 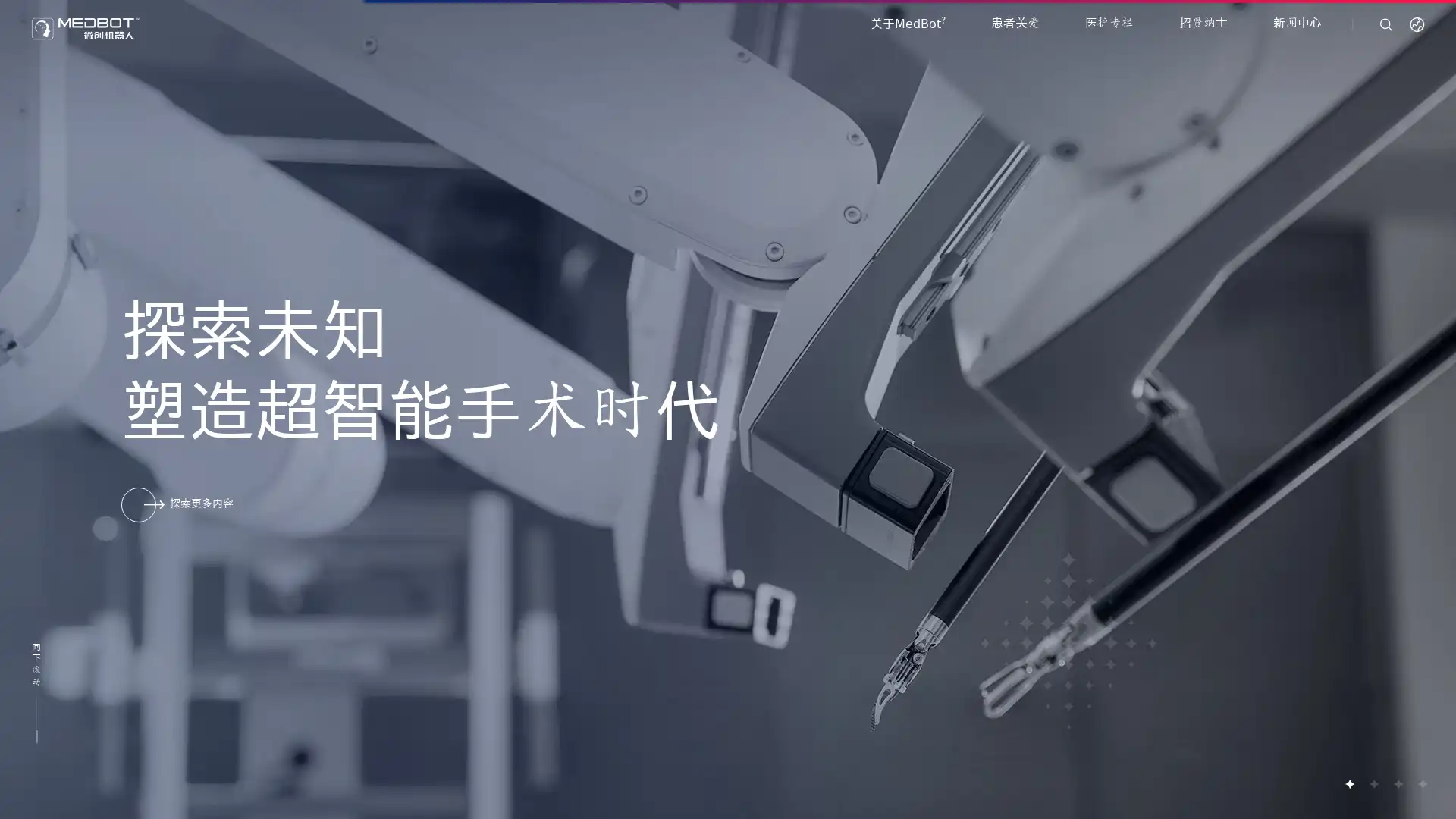 I want to click on Go to slide 4, so click(x=1421, y=783).